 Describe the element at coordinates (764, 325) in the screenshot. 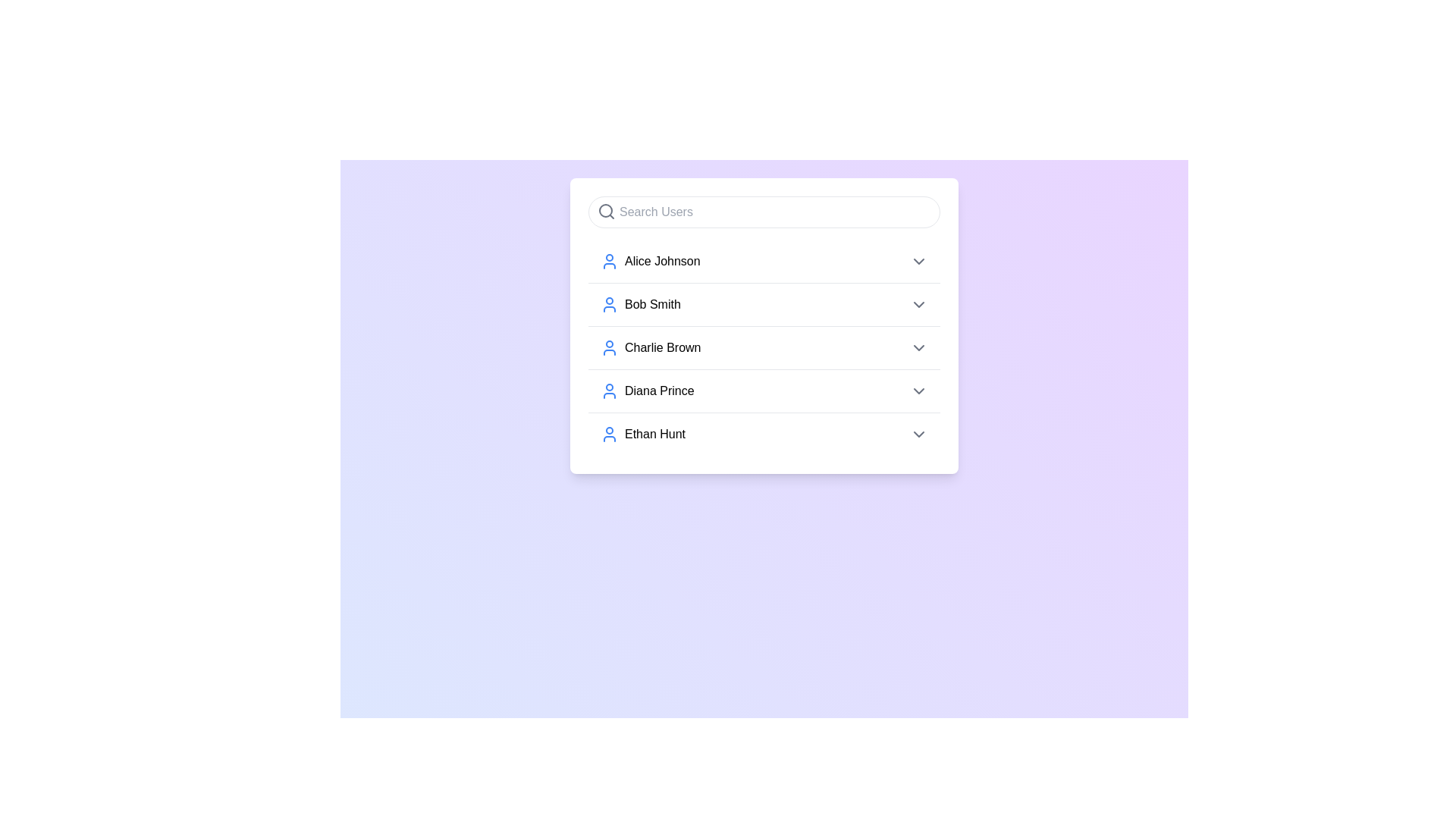

I see `the third user entry labeled 'Charlie Brown' in the user list, which is styled with a white background and rounded corners` at that location.